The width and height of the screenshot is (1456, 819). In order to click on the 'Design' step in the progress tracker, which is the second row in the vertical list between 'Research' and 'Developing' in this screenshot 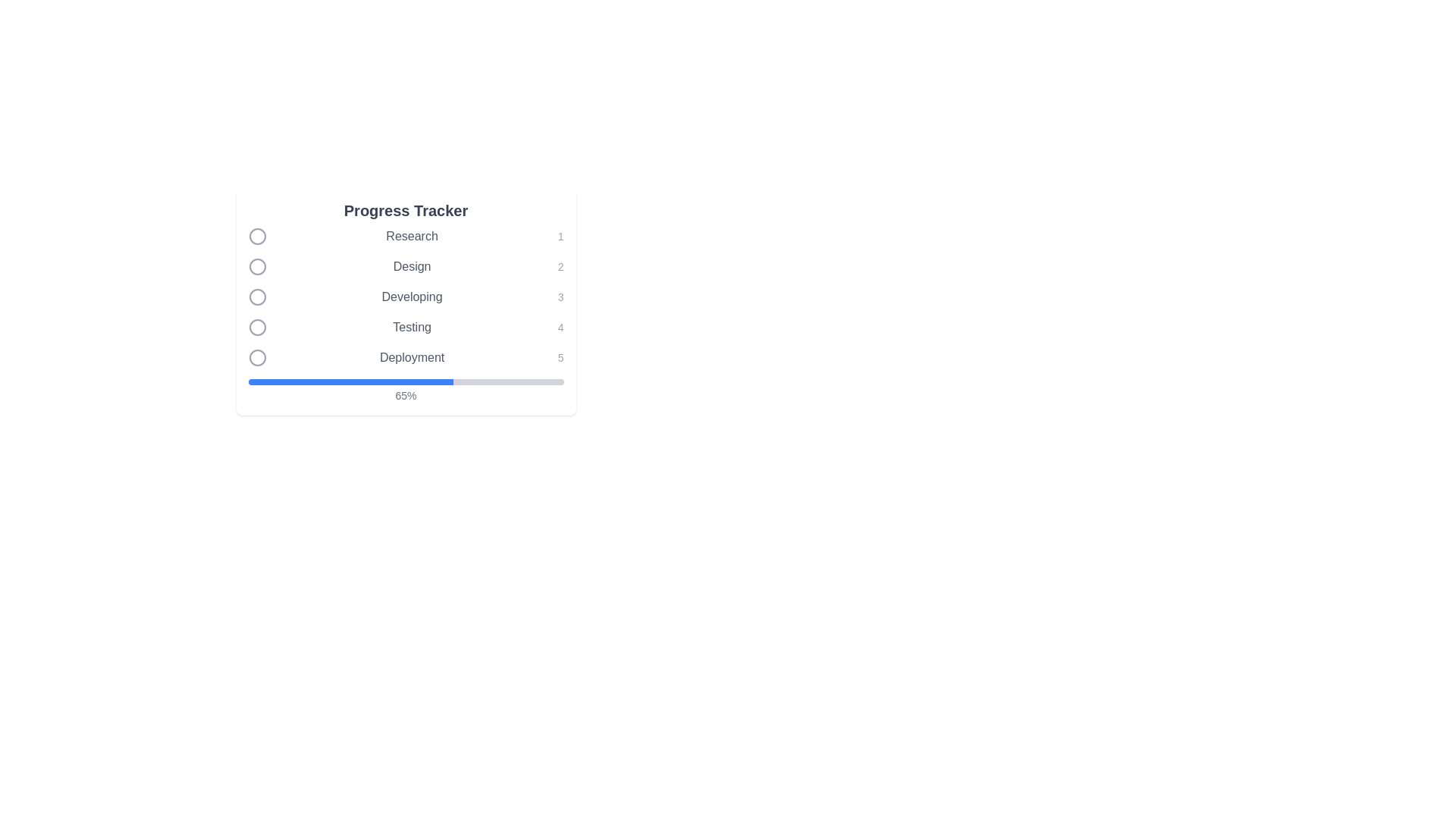, I will do `click(406, 265)`.